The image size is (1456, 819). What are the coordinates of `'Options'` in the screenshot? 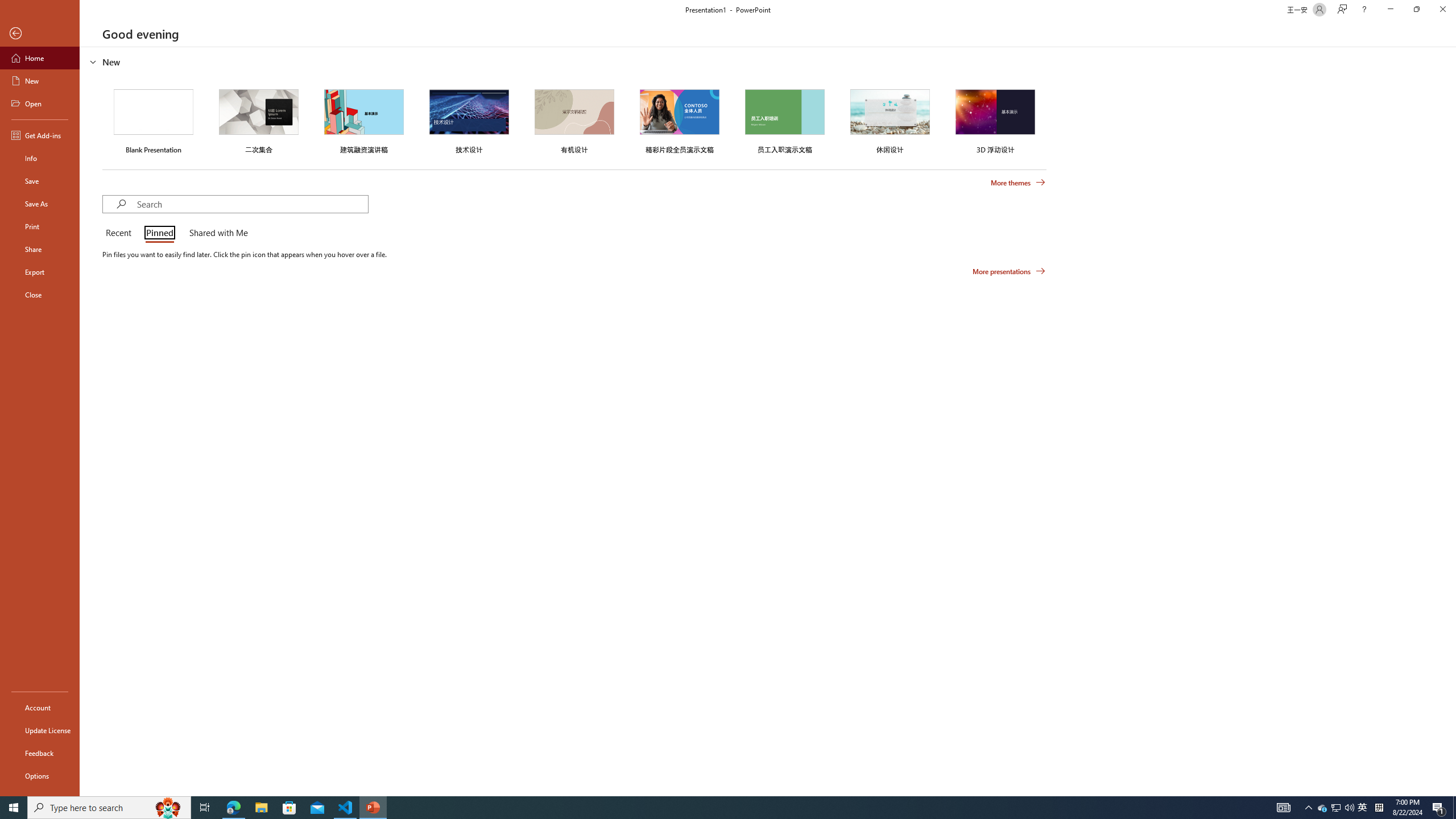 It's located at (39, 775).